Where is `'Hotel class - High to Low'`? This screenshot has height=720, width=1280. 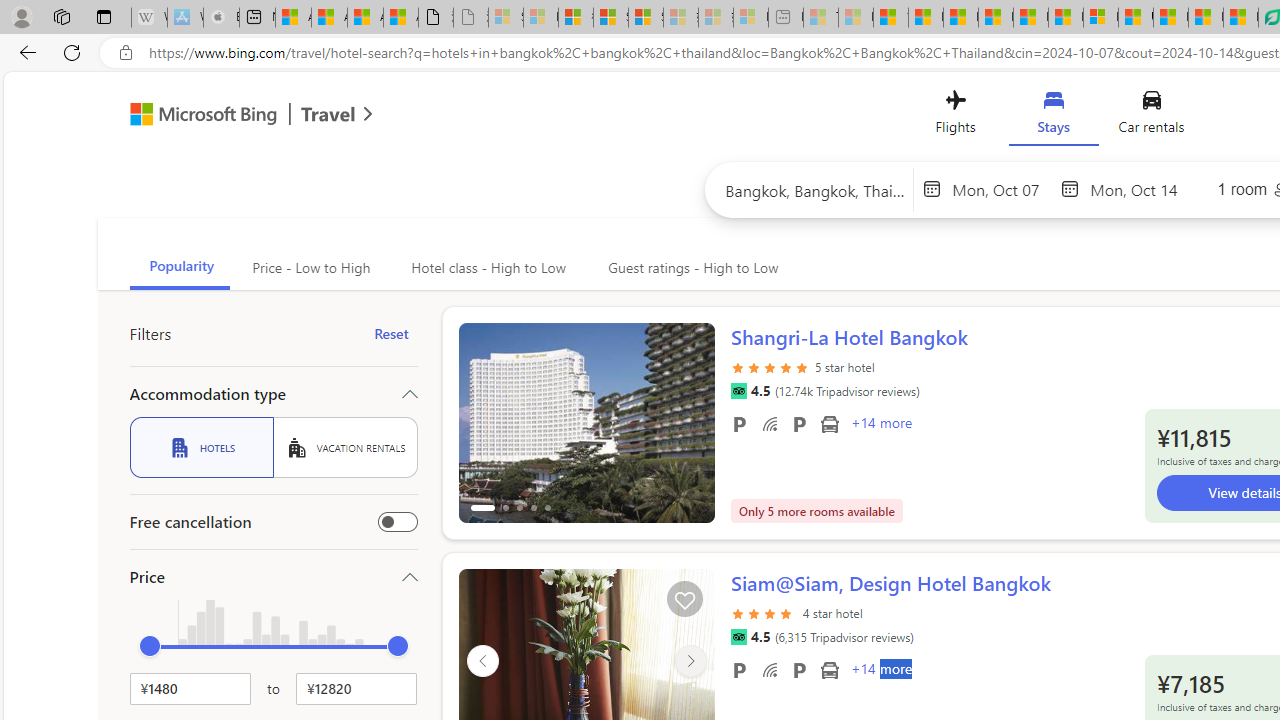 'Hotel class - High to Low' is located at coordinates (486, 267).